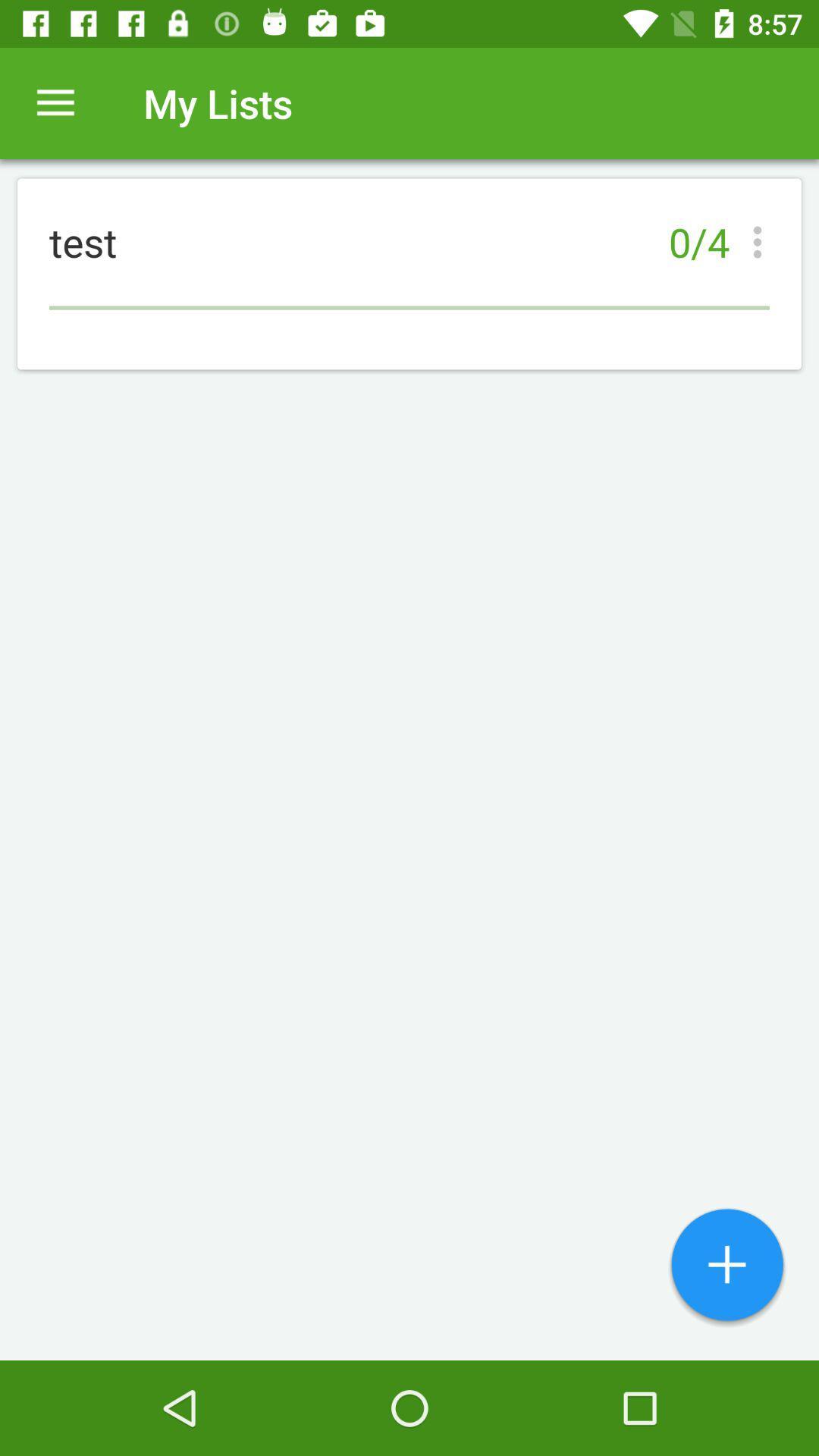  What do you see at coordinates (726, 1266) in the screenshot?
I see `the item at the bottom right corner` at bounding box center [726, 1266].